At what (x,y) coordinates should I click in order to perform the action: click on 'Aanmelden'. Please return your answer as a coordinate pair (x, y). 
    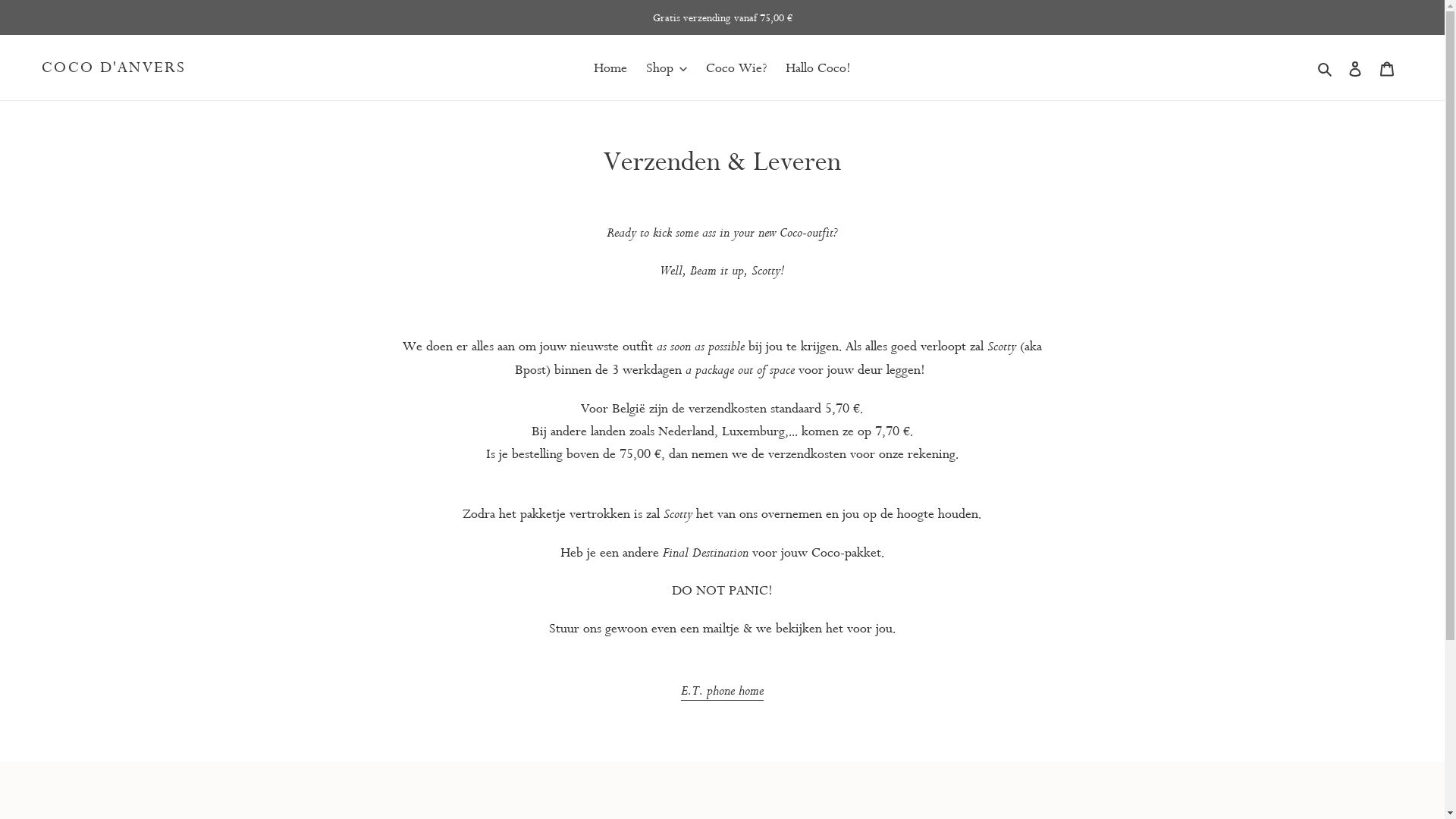
    Looking at the image, I should click on (1354, 66).